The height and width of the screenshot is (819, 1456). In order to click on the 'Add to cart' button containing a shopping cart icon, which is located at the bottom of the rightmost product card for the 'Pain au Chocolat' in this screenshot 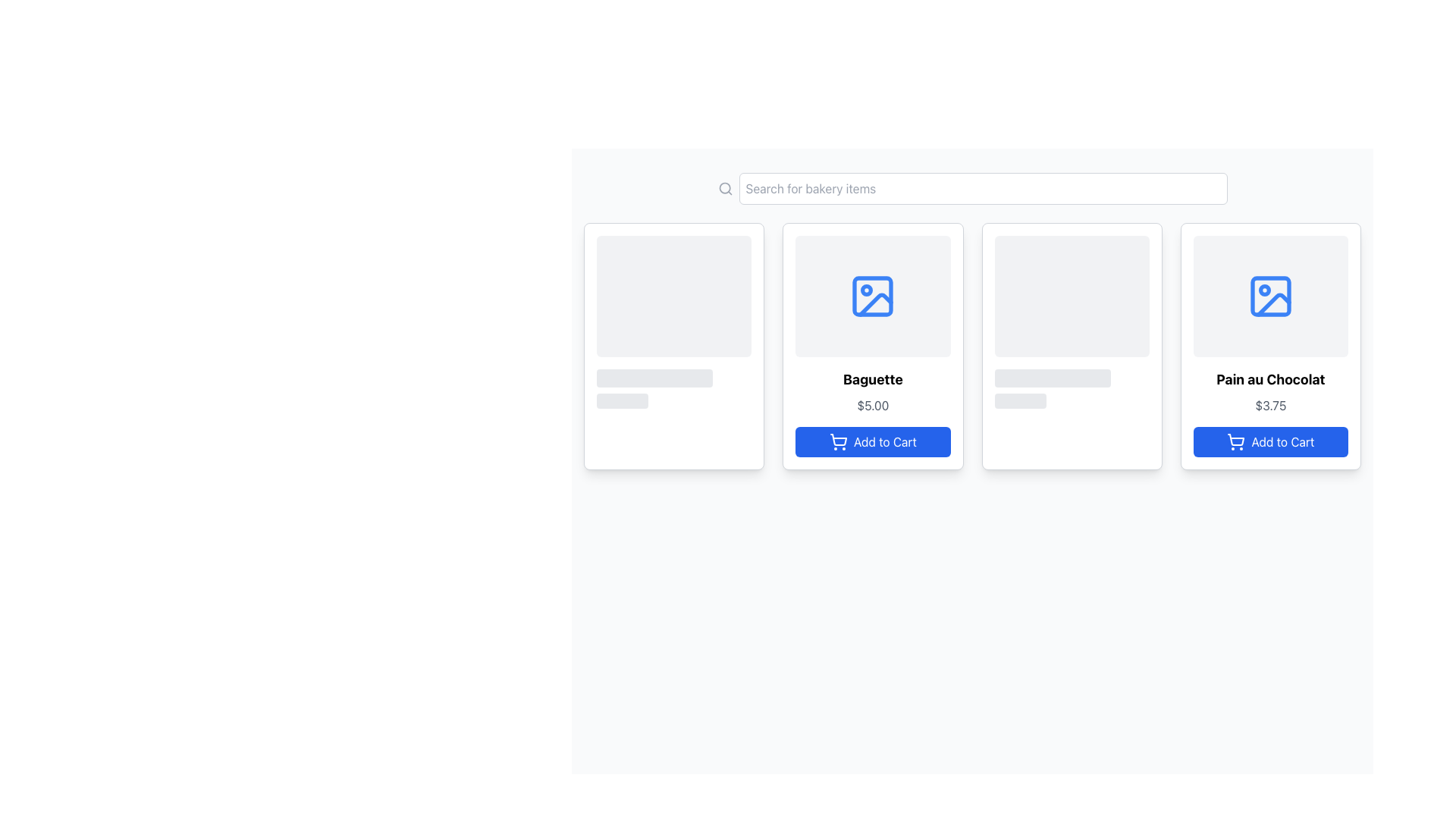, I will do `click(1236, 440)`.